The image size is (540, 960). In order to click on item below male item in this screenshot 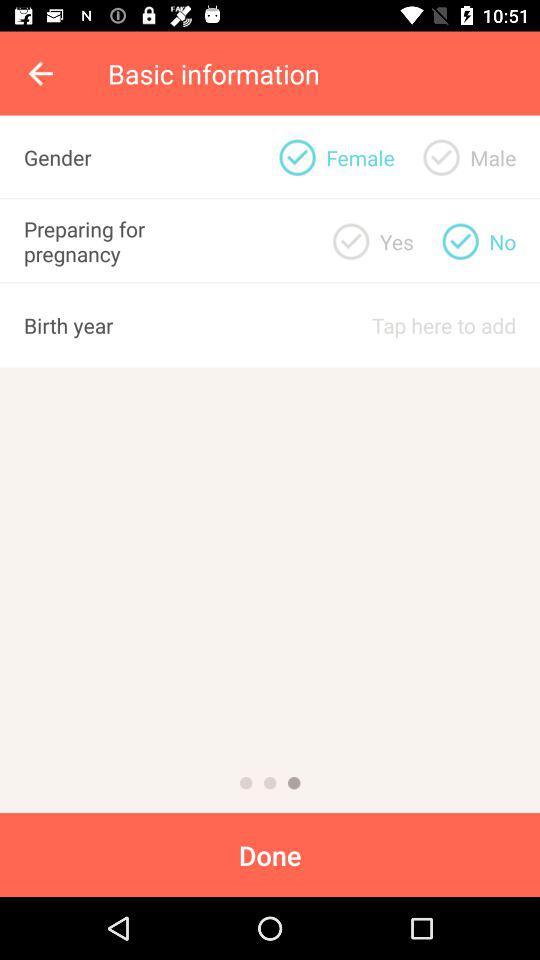, I will do `click(501, 240)`.